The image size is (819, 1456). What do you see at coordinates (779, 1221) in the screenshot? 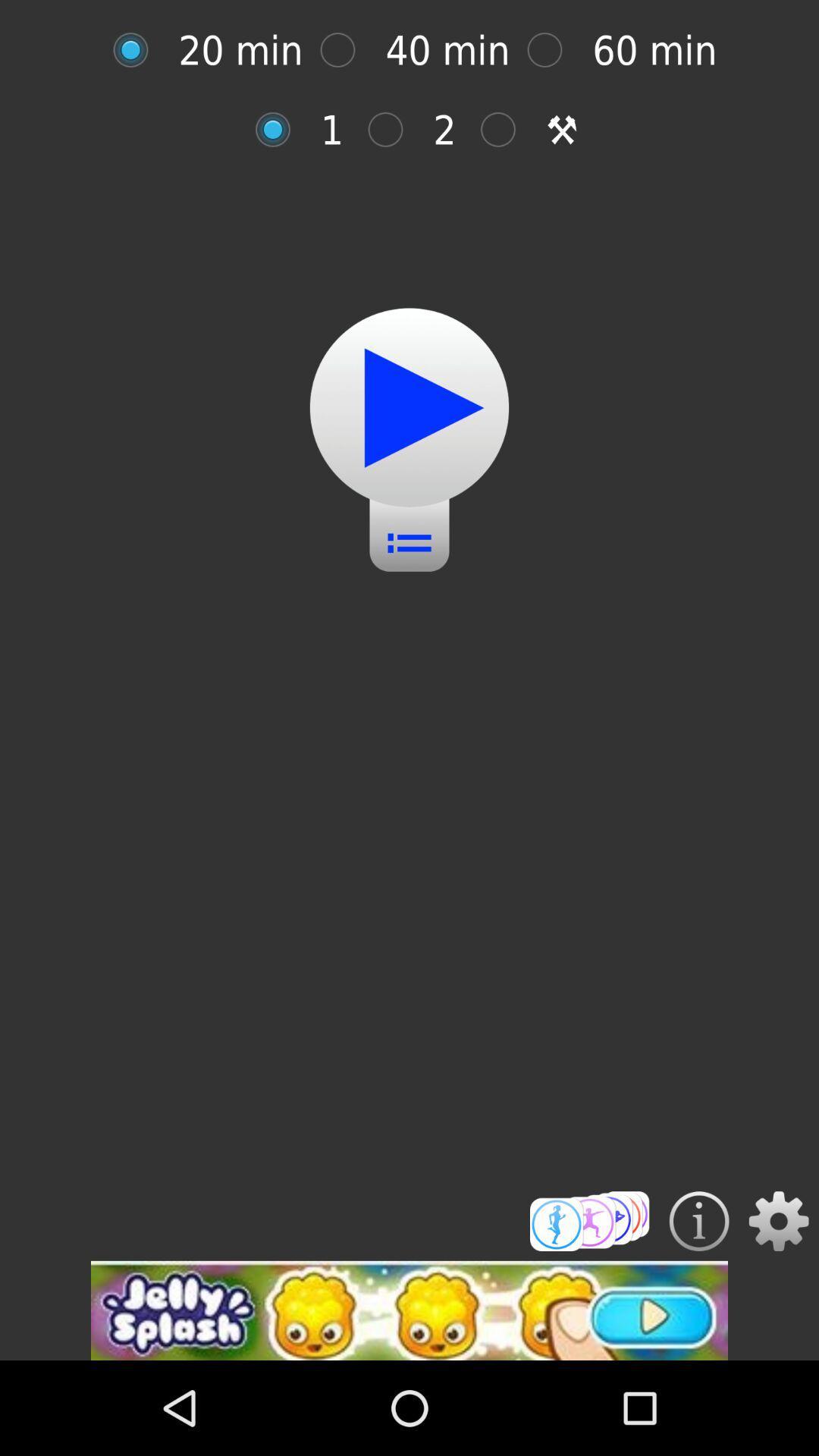
I see `settings button` at bounding box center [779, 1221].